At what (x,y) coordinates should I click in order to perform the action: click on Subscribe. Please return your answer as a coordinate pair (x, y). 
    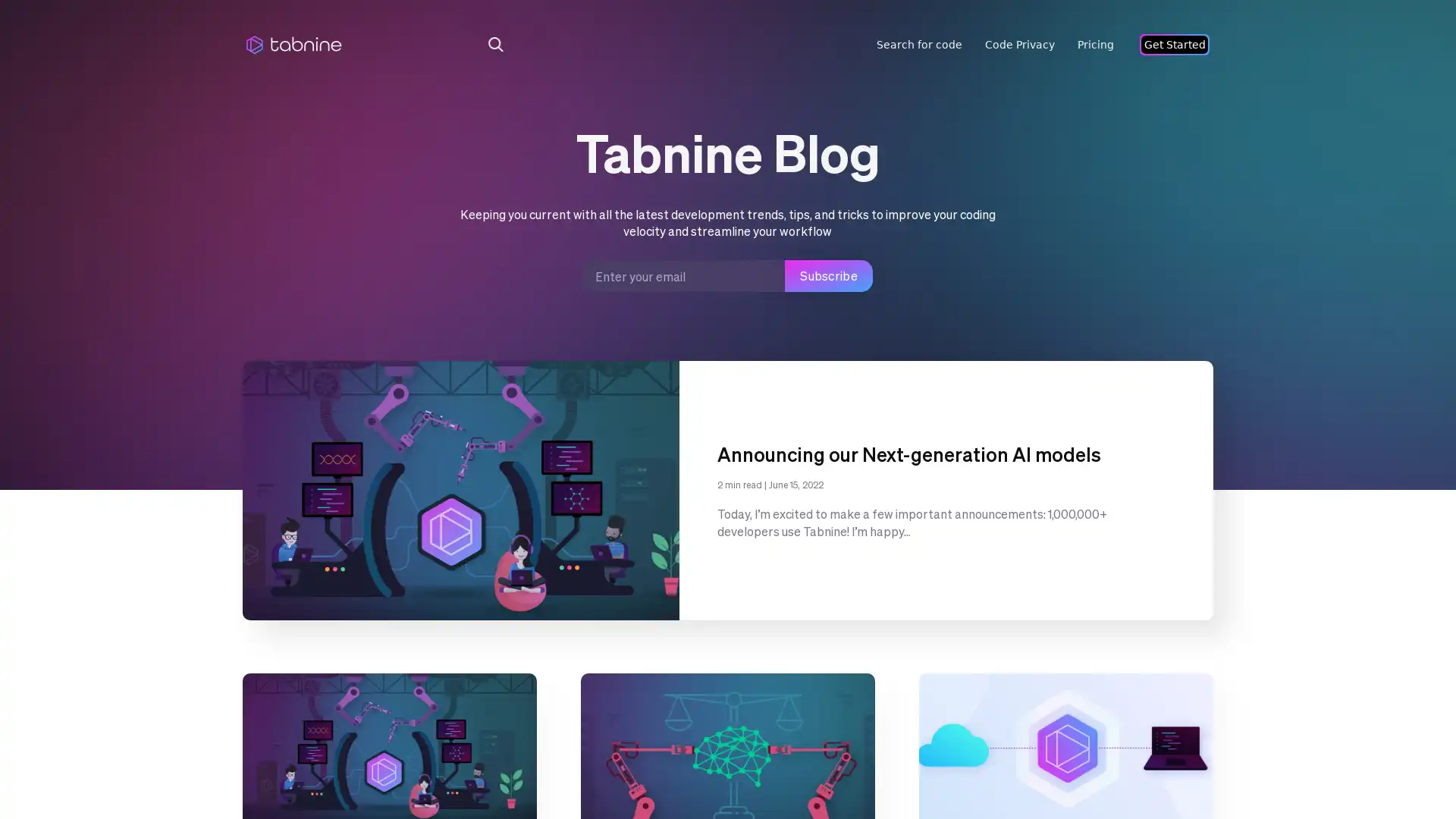
    Looking at the image, I should click on (828, 275).